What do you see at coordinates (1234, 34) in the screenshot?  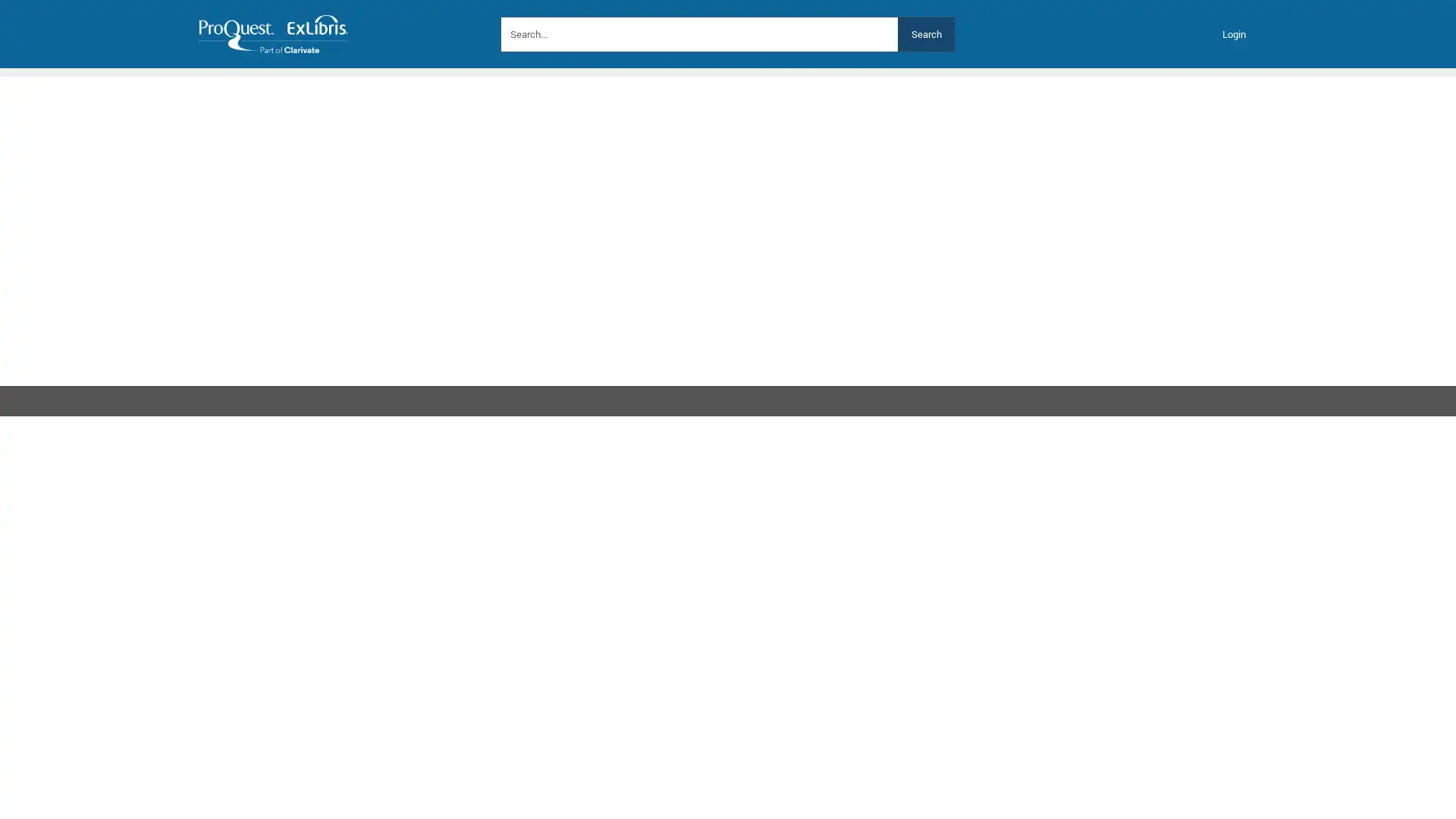 I see `Login` at bounding box center [1234, 34].